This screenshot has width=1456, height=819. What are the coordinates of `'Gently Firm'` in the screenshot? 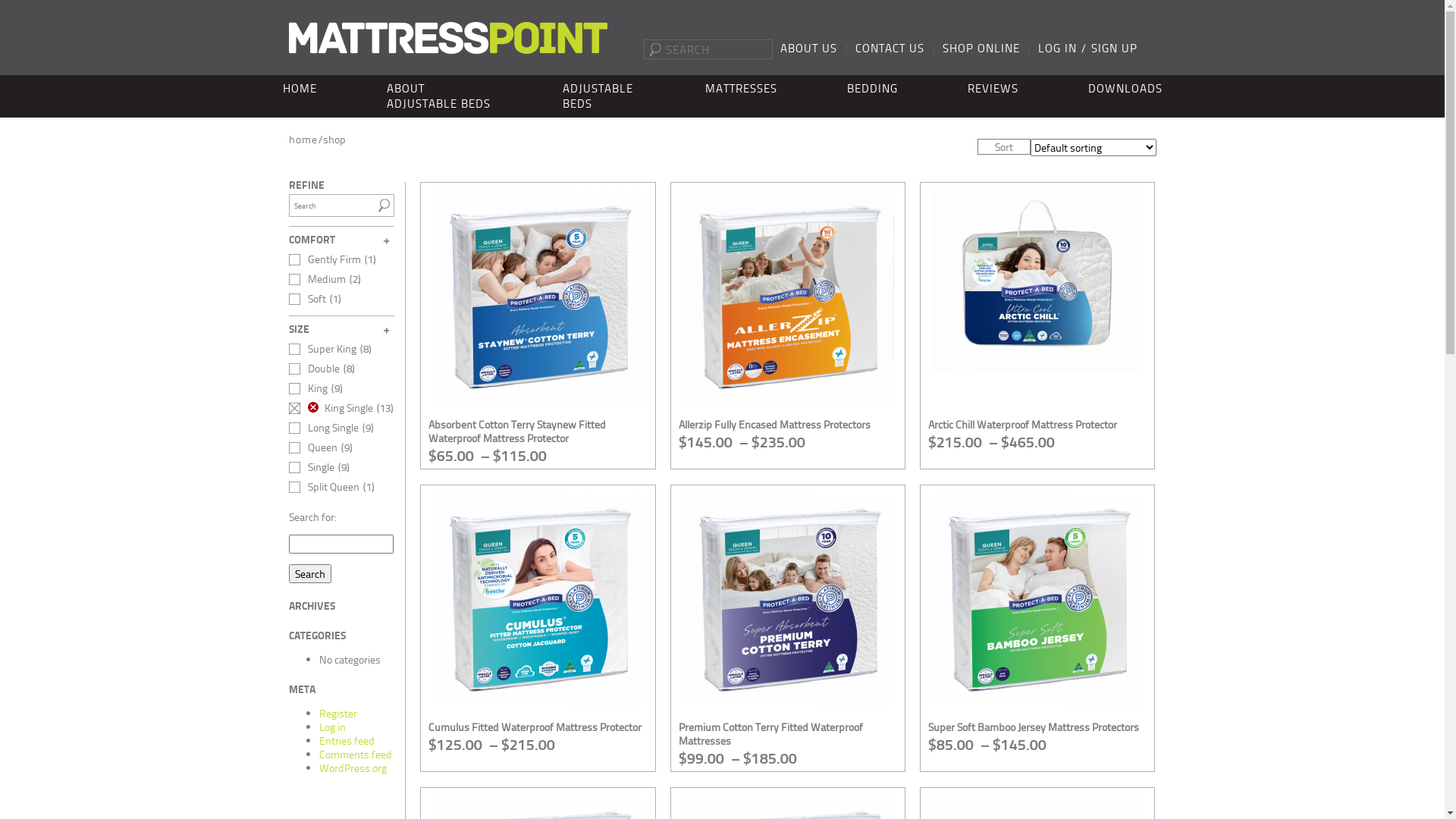 It's located at (323, 259).